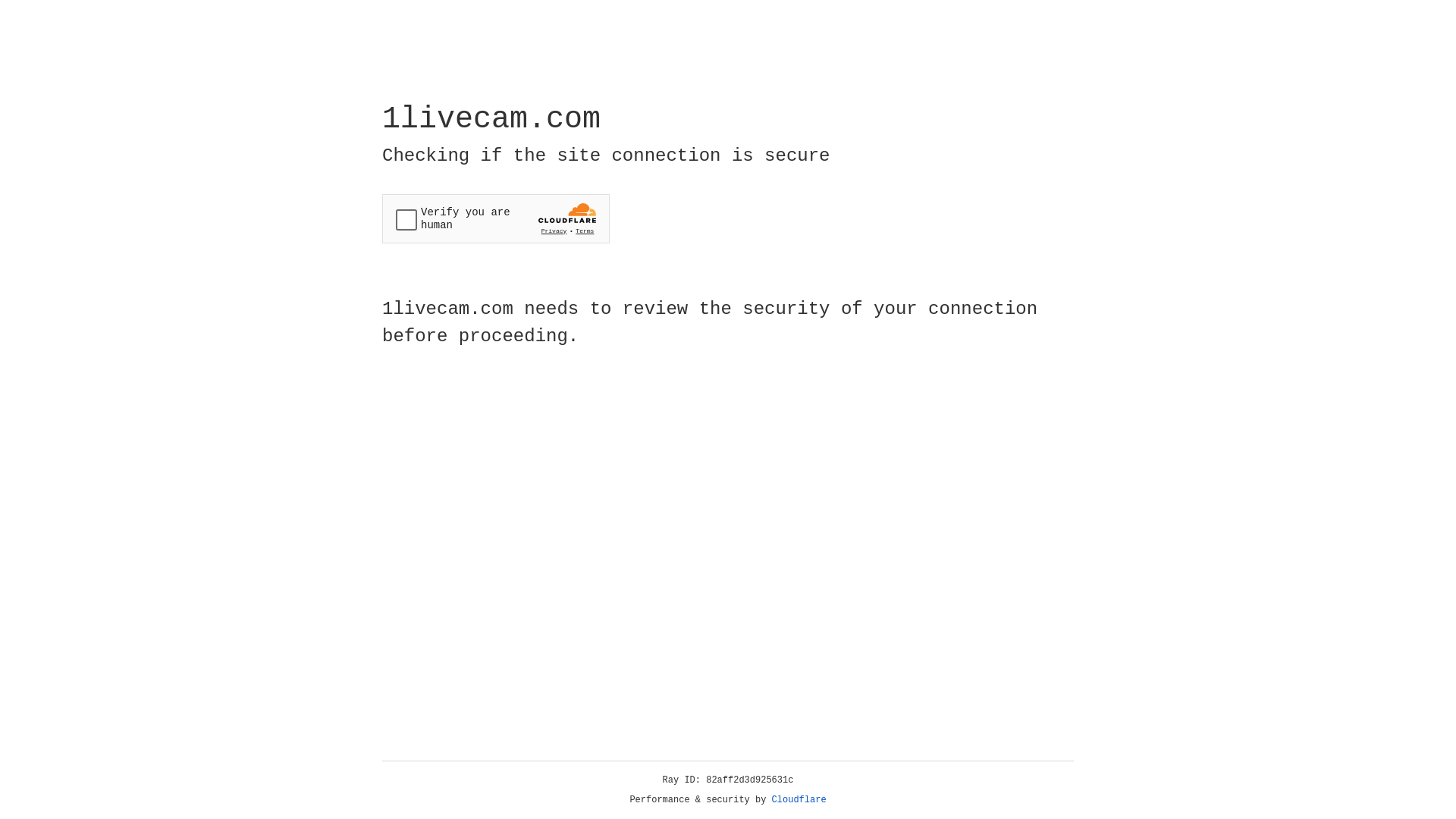 Image resolution: width=1456 pixels, height=819 pixels. I want to click on 'Cloudflare', so click(799, 799).